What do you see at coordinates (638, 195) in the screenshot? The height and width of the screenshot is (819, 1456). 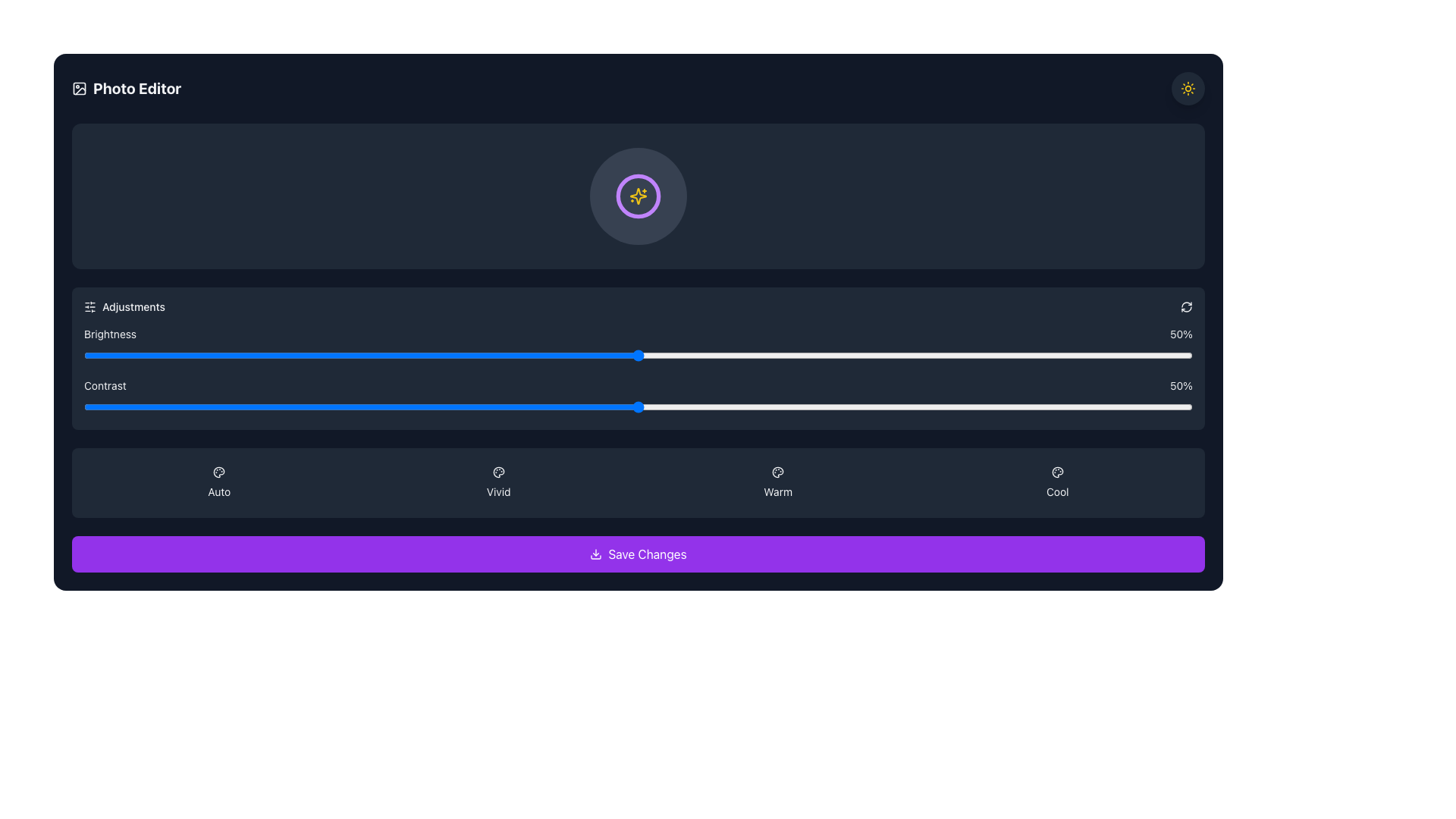 I see `the yellow sparkle icon with a pulsating animation effect, located at the center of the upper section of the layout, for feedback or information` at bounding box center [638, 195].